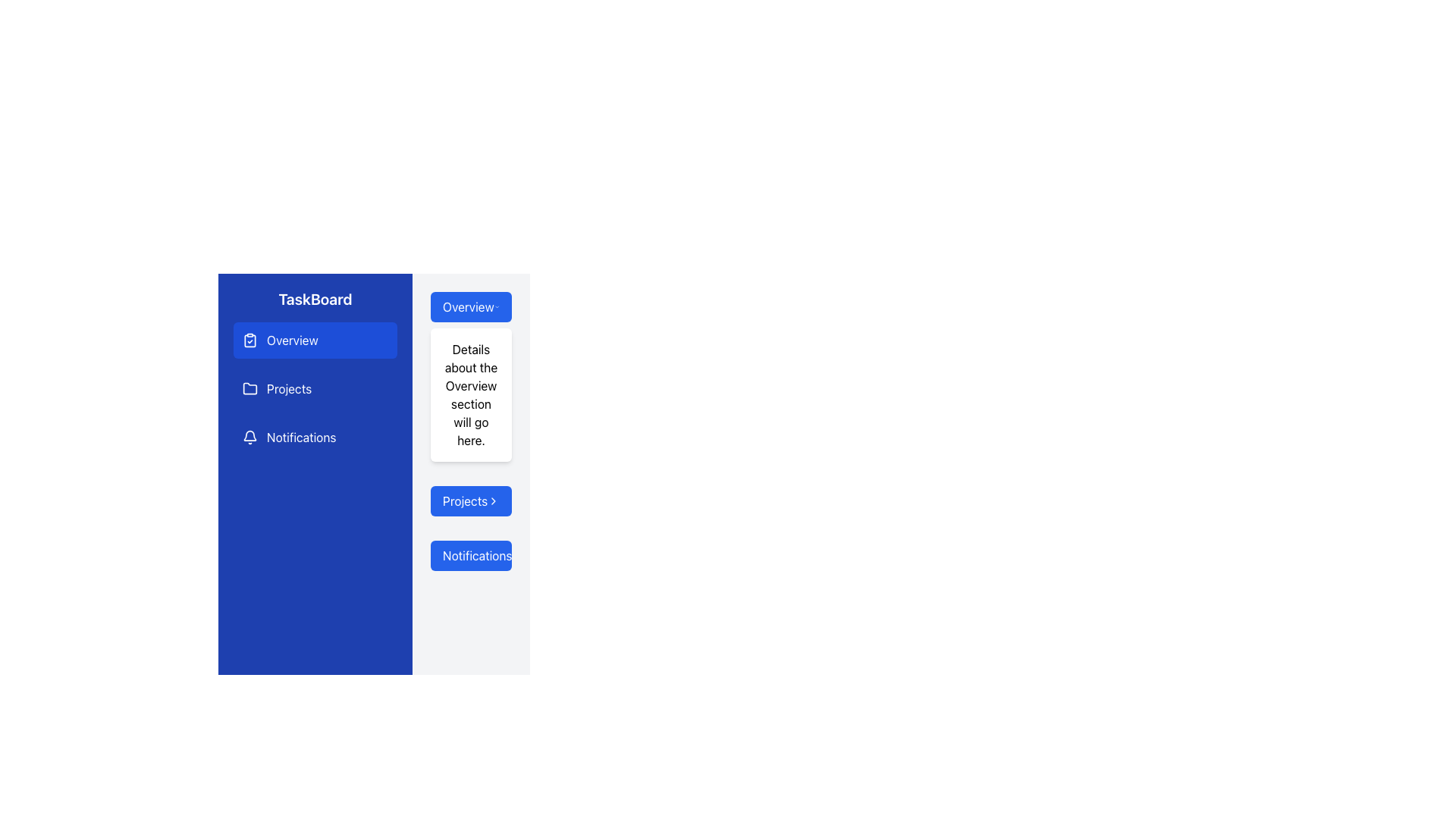  Describe the element at coordinates (467, 307) in the screenshot. I see `text labeled 'Overview' which is styled in white font on a blue background, located in the secondary column of the interface` at that location.